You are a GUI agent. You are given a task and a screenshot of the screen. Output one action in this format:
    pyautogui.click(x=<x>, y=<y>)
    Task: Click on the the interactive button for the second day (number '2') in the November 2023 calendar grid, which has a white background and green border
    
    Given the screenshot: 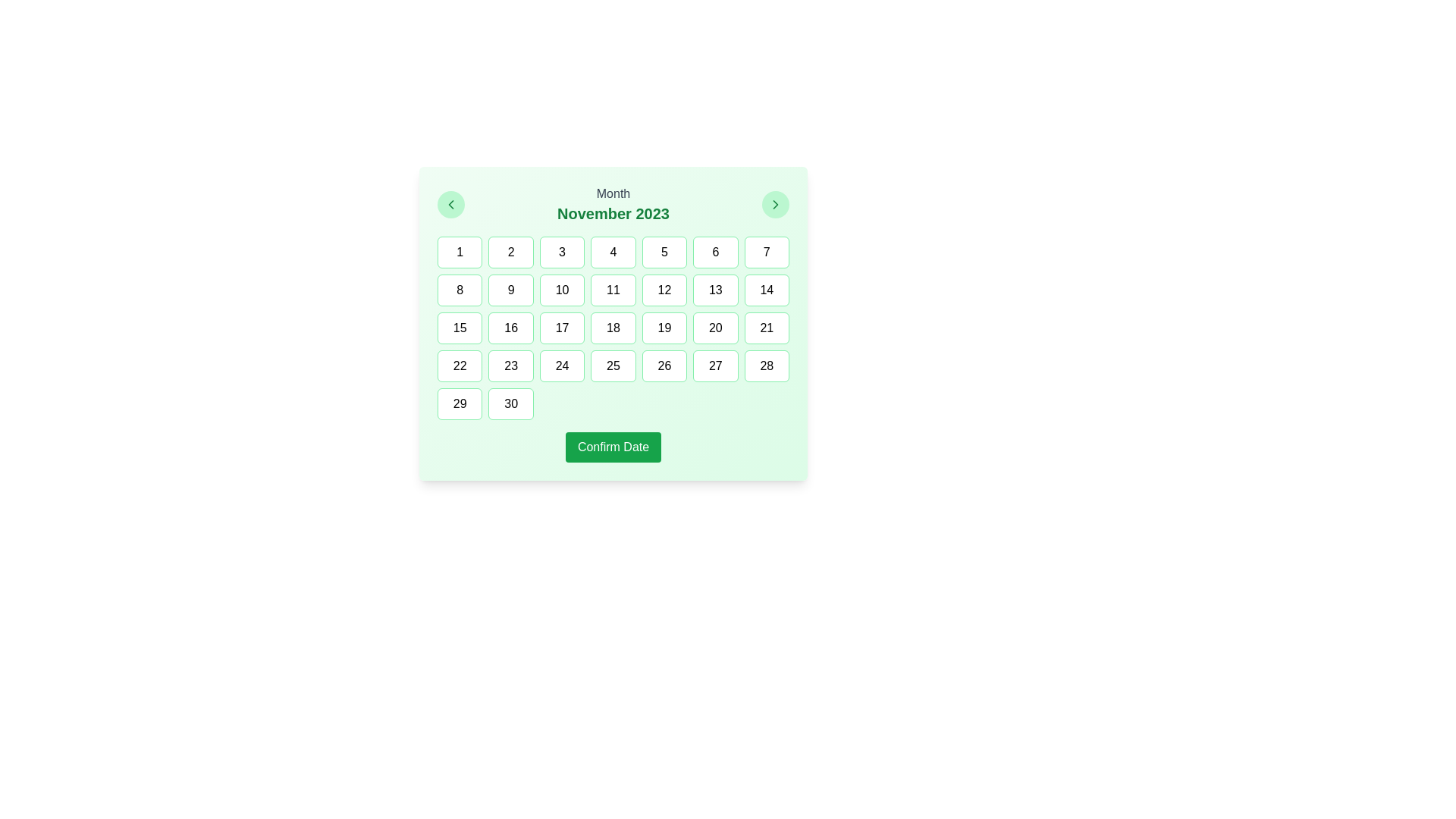 What is the action you would take?
    pyautogui.click(x=511, y=251)
    